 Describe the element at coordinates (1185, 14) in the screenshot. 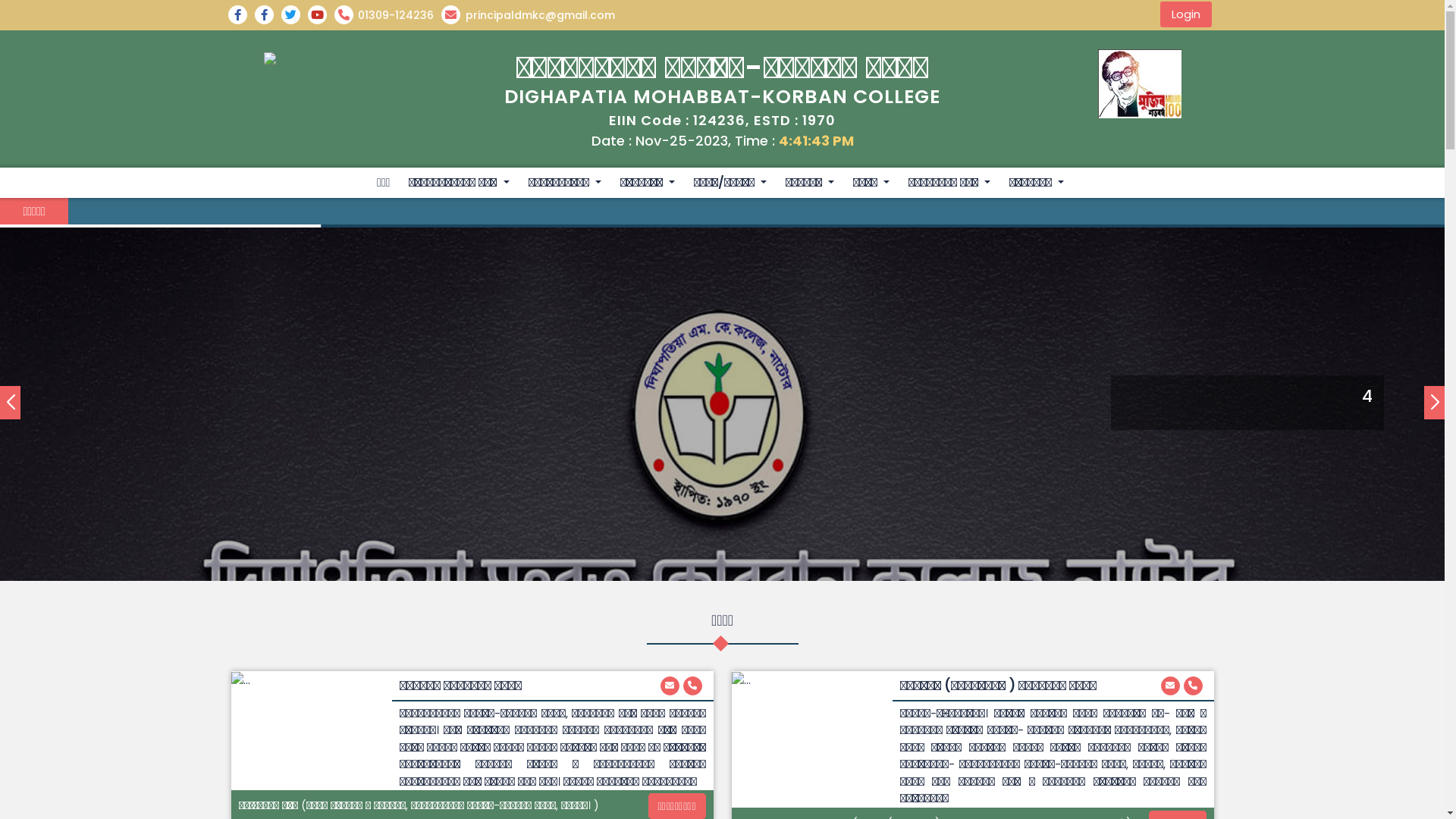

I see `'Login'` at that location.